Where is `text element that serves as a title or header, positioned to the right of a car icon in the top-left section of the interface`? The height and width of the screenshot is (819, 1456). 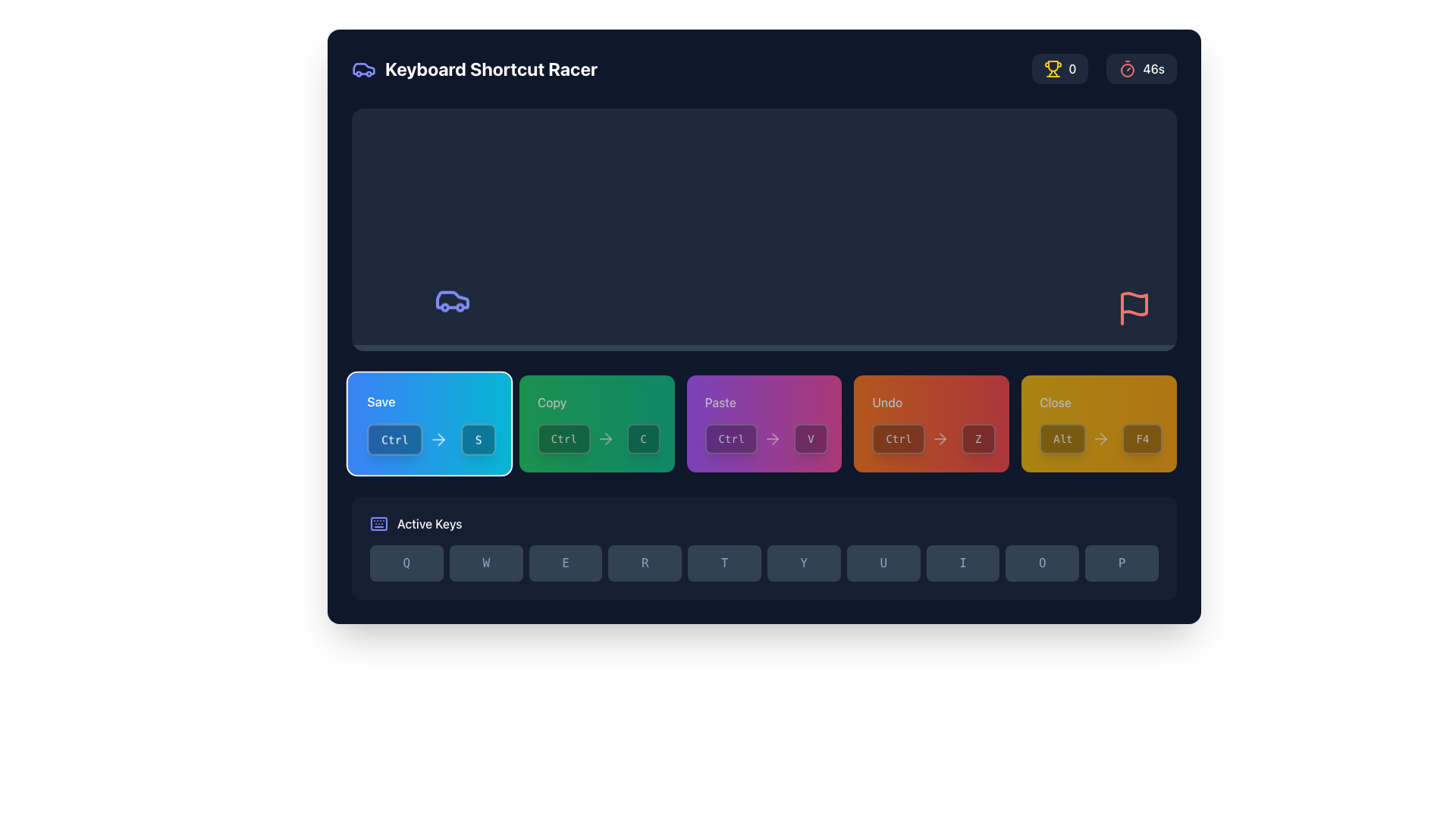
text element that serves as a title or header, positioned to the right of a car icon in the top-left section of the interface is located at coordinates (491, 69).